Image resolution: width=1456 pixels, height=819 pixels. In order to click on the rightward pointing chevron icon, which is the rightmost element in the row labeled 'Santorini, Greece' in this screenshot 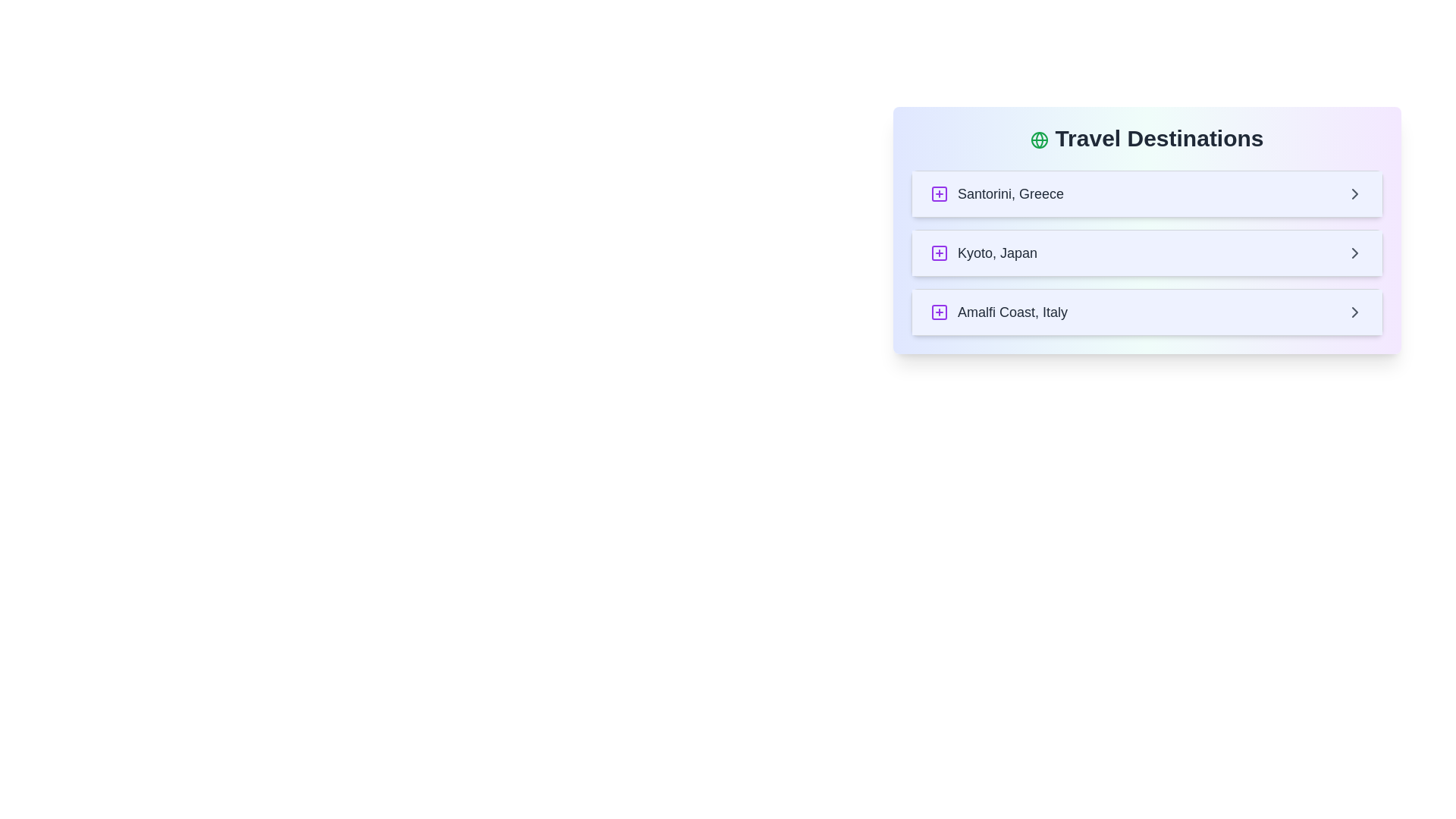, I will do `click(1354, 193)`.